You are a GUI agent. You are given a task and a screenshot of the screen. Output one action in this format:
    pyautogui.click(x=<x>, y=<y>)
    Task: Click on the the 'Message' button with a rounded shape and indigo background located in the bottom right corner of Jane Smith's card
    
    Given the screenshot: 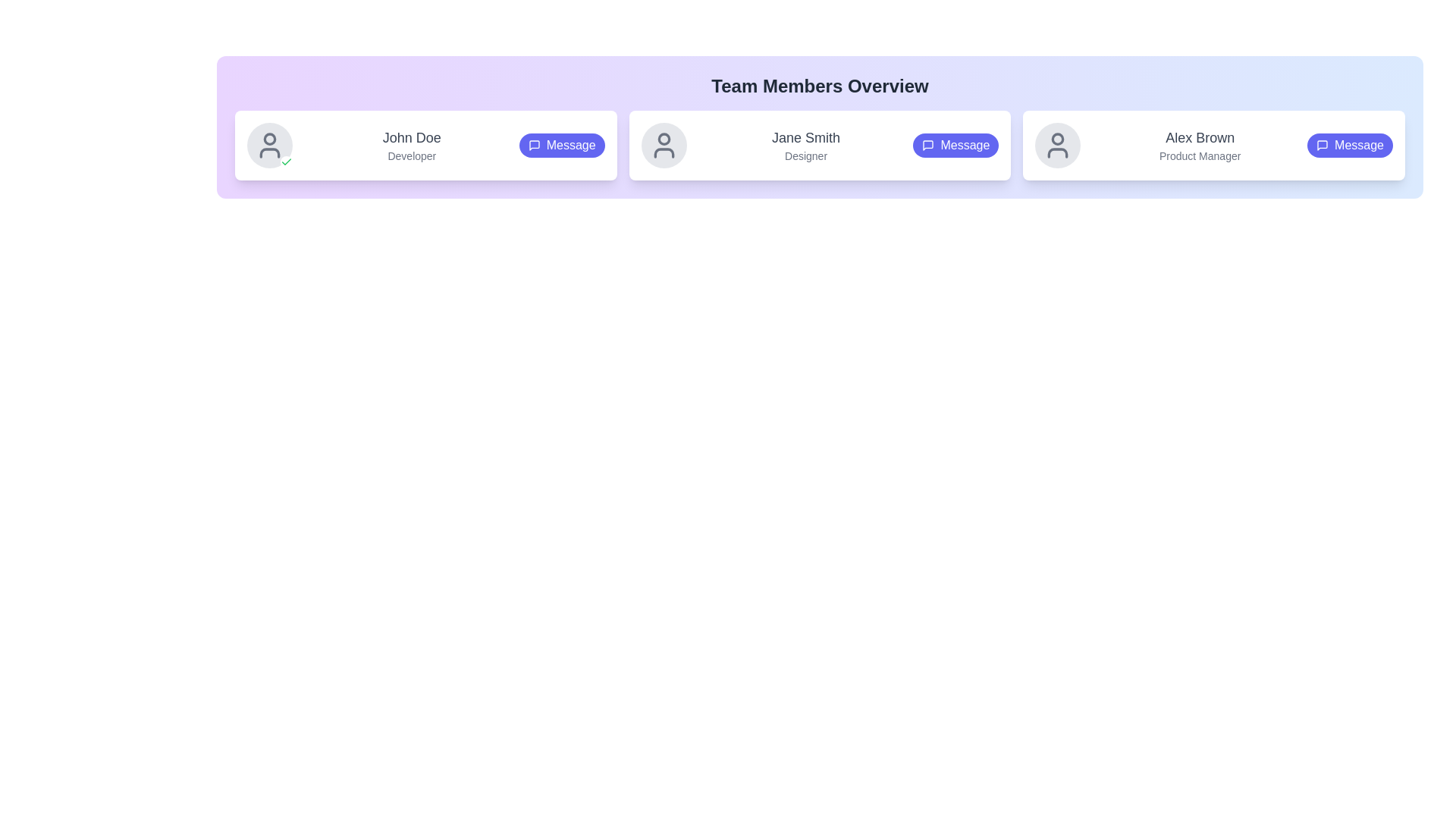 What is the action you would take?
    pyautogui.click(x=955, y=146)
    